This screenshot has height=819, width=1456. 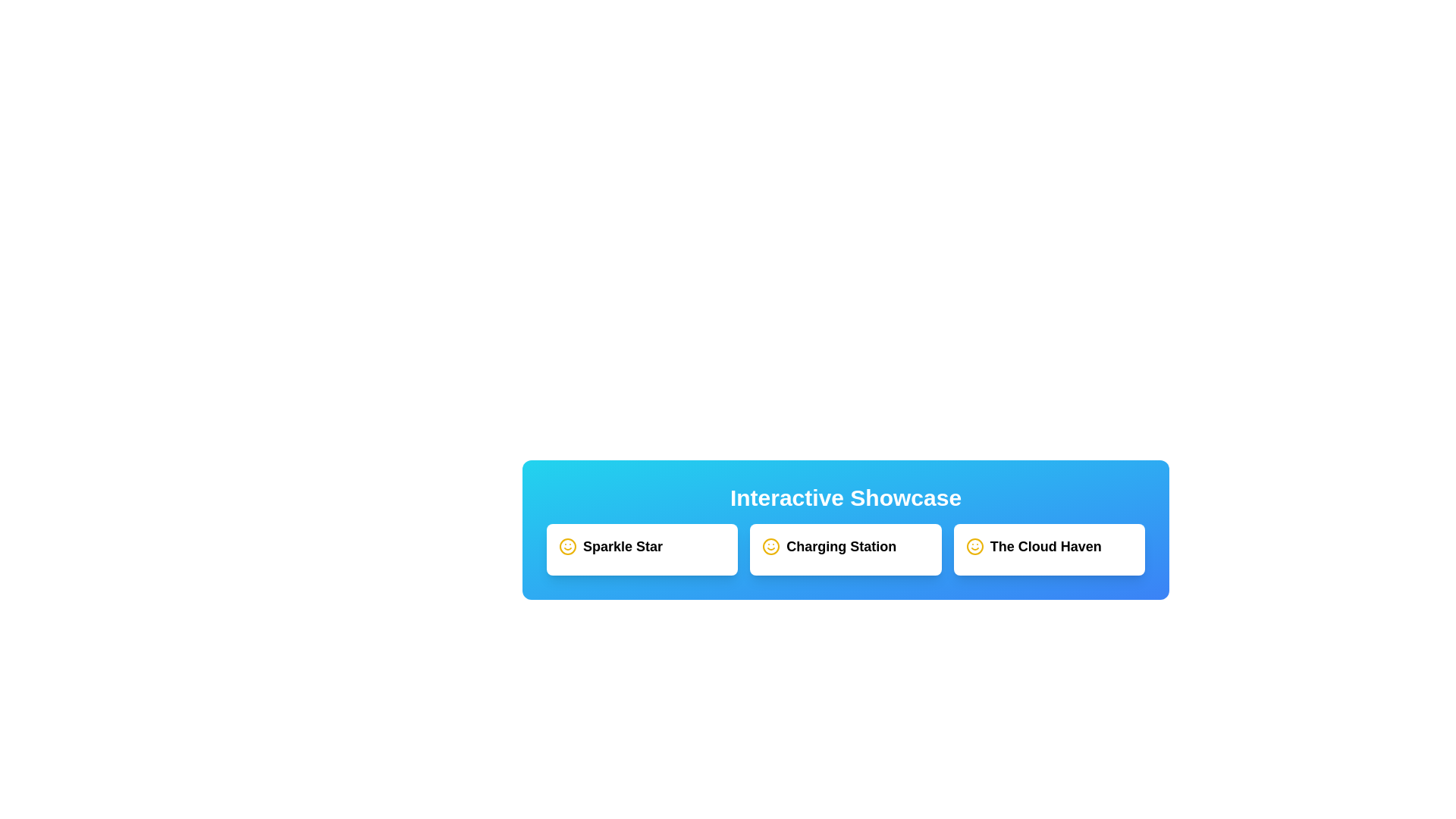 What do you see at coordinates (1048, 547) in the screenshot?
I see `the text label 'The Cloud Haven' with a yellow smiley face icon, which is located inside the third box of a horizontally aligned series of three boxes within the gradient blue banner labeled 'Interactive Showcase'` at bounding box center [1048, 547].